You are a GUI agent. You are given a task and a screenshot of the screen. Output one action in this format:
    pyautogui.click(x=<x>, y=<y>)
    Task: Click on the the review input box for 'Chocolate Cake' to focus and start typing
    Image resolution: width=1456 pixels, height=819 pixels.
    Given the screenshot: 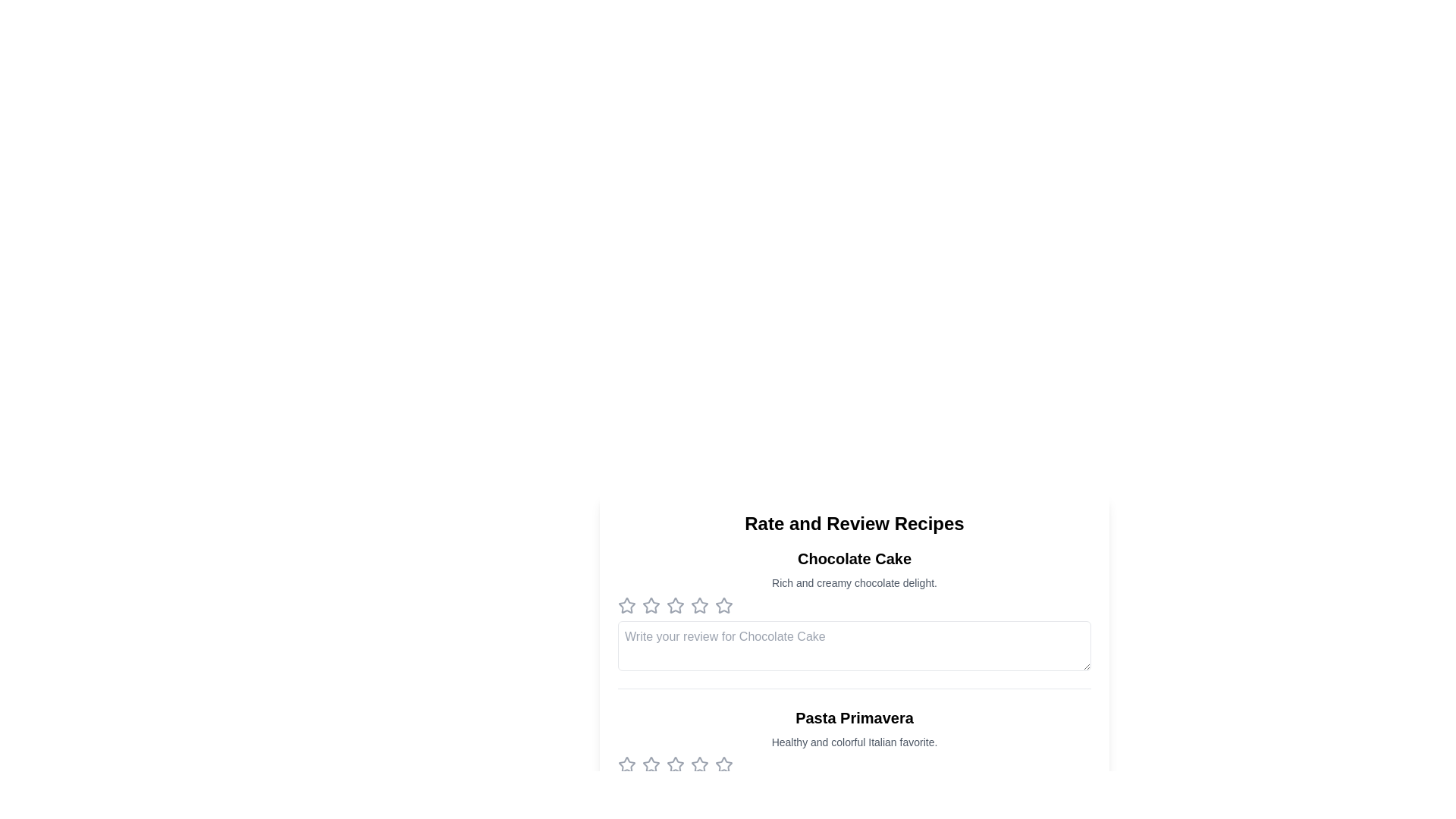 What is the action you would take?
    pyautogui.click(x=855, y=646)
    